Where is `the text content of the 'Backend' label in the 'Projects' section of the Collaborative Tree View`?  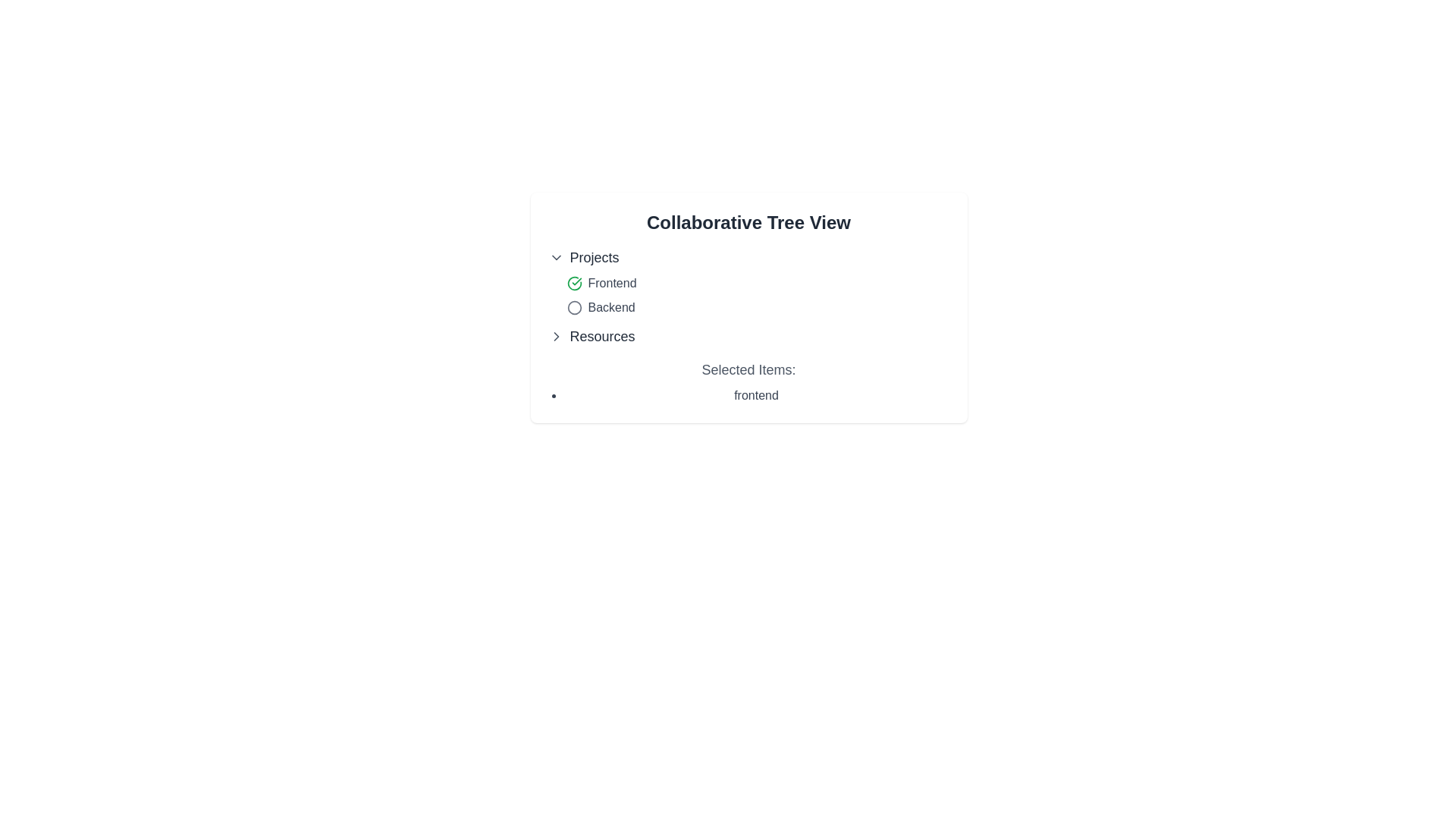
the text content of the 'Backend' label in the 'Projects' section of the Collaborative Tree View is located at coordinates (611, 307).